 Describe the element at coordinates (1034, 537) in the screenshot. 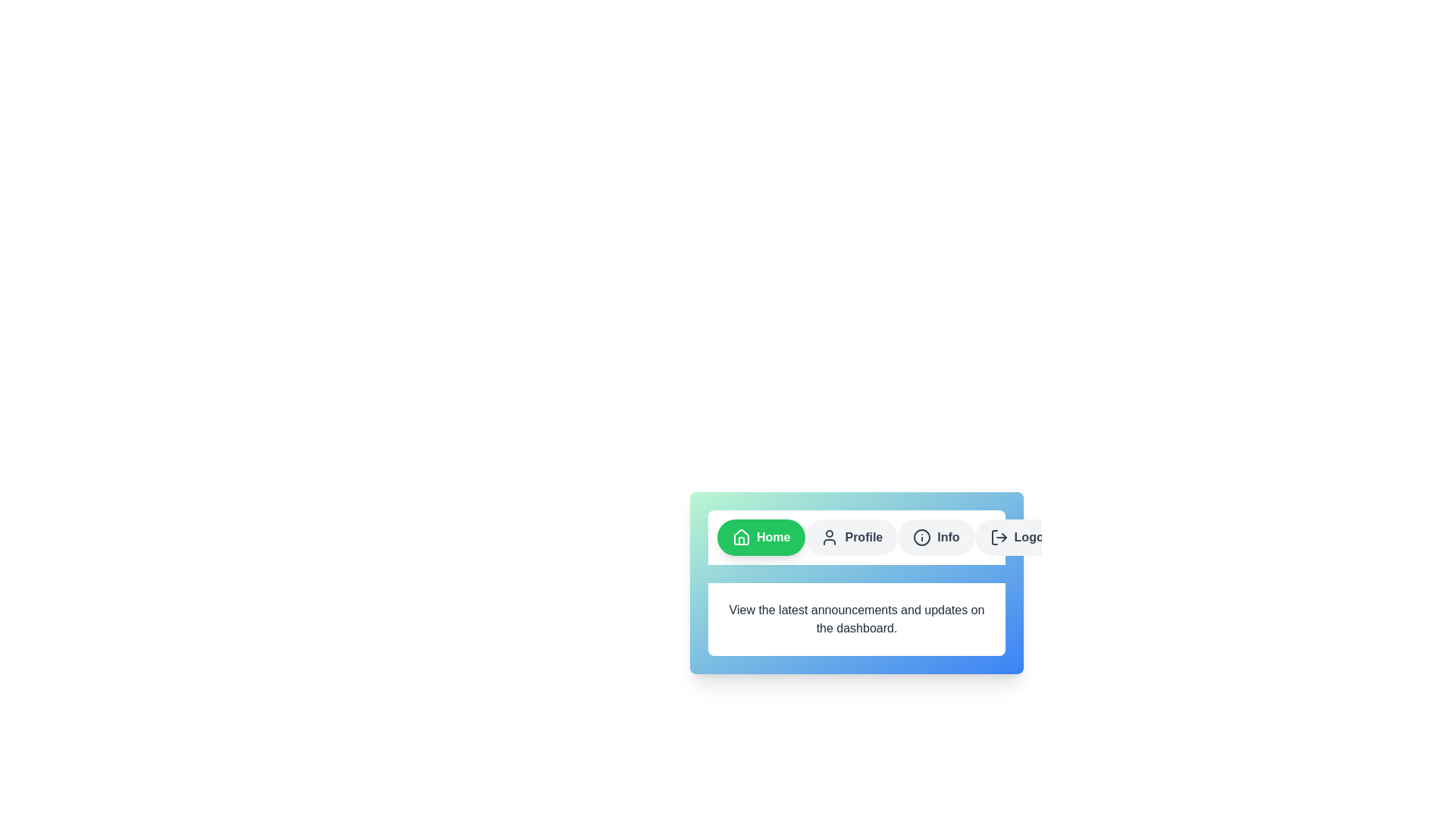

I see `the 'Logout' text label, which is styled with a bold dark-gray font on a light background and located on the right side of the horizontal navigation bar after the 'Info' button` at that location.